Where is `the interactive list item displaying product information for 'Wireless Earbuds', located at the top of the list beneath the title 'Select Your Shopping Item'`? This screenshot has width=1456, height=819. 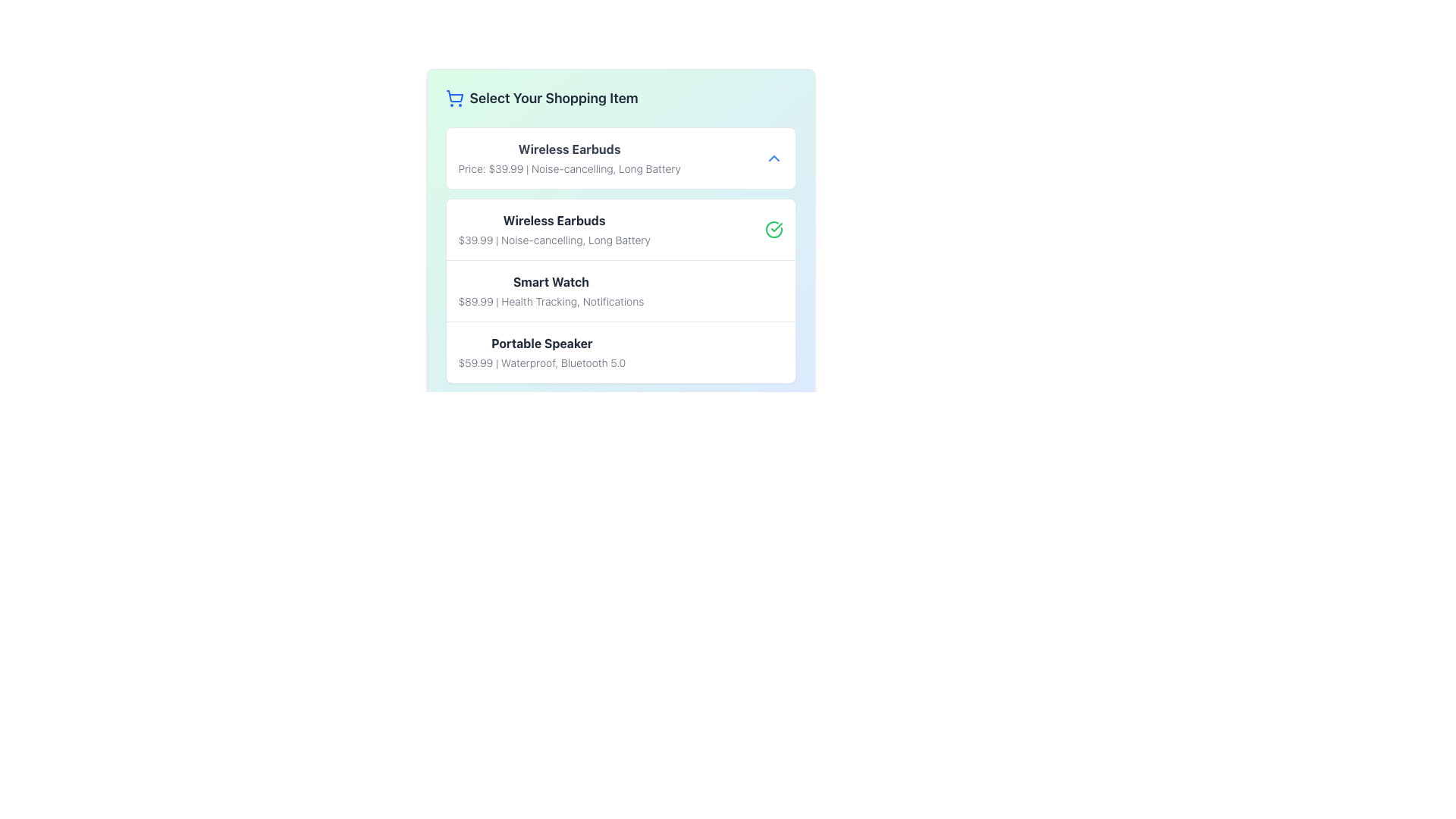 the interactive list item displaying product information for 'Wireless Earbuds', located at the top of the list beneath the title 'Select Your Shopping Item' is located at coordinates (620, 158).